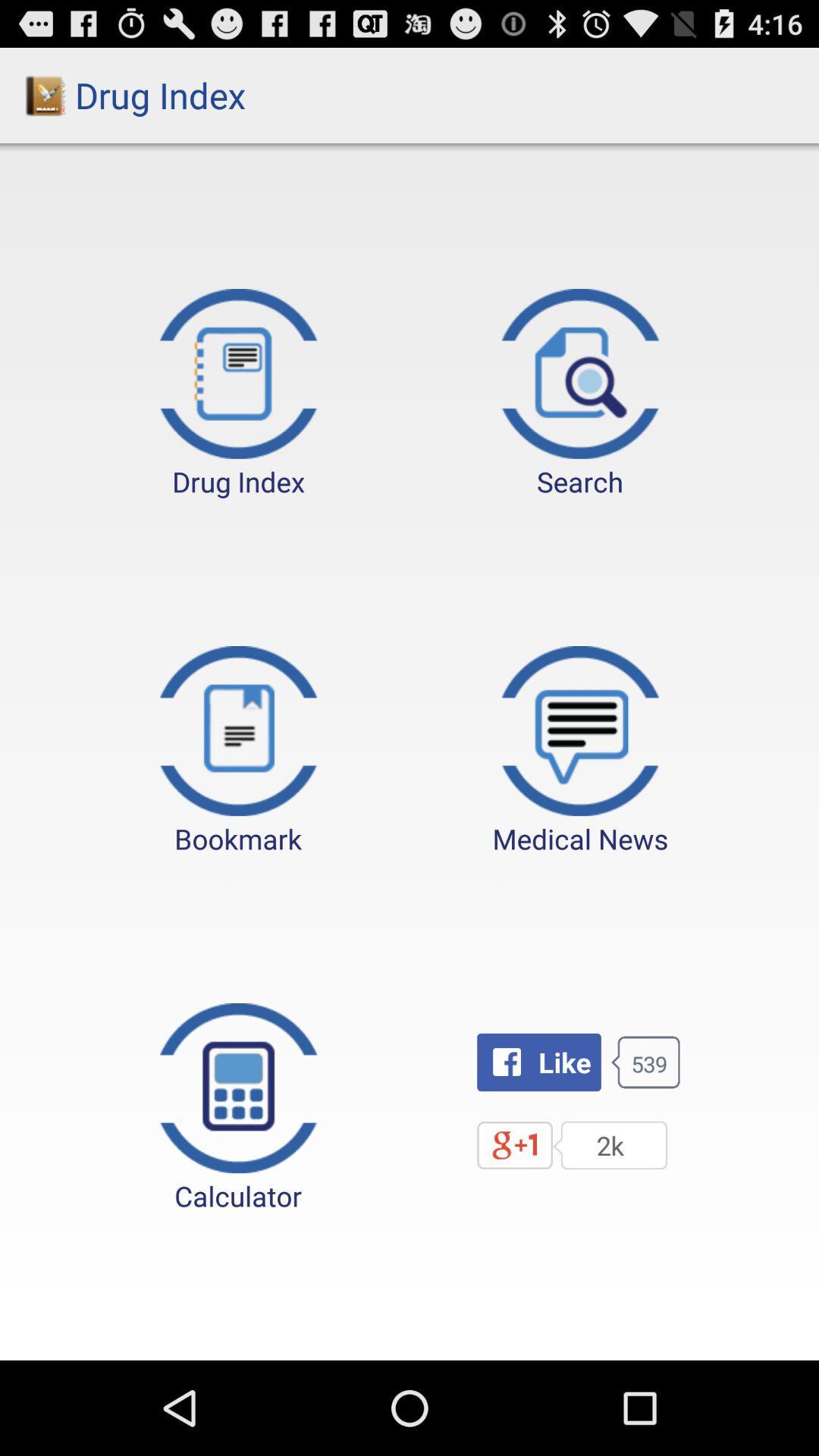 The width and height of the screenshot is (819, 1456). What do you see at coordinates (580, 752) in the screenshot?
I see `the button to the right of the bookmark icon` at bounding box center [580, 752].